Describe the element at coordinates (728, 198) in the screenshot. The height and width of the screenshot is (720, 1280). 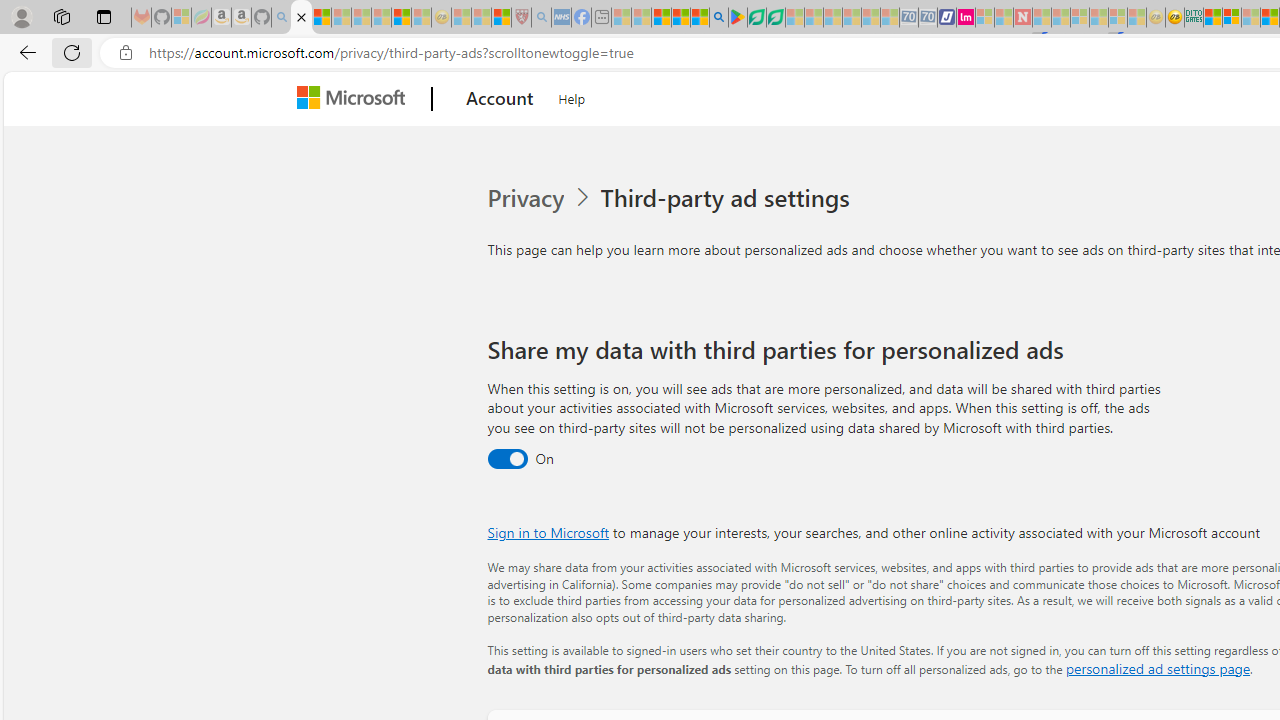
I see `'Third-party ad settings'` at that location.